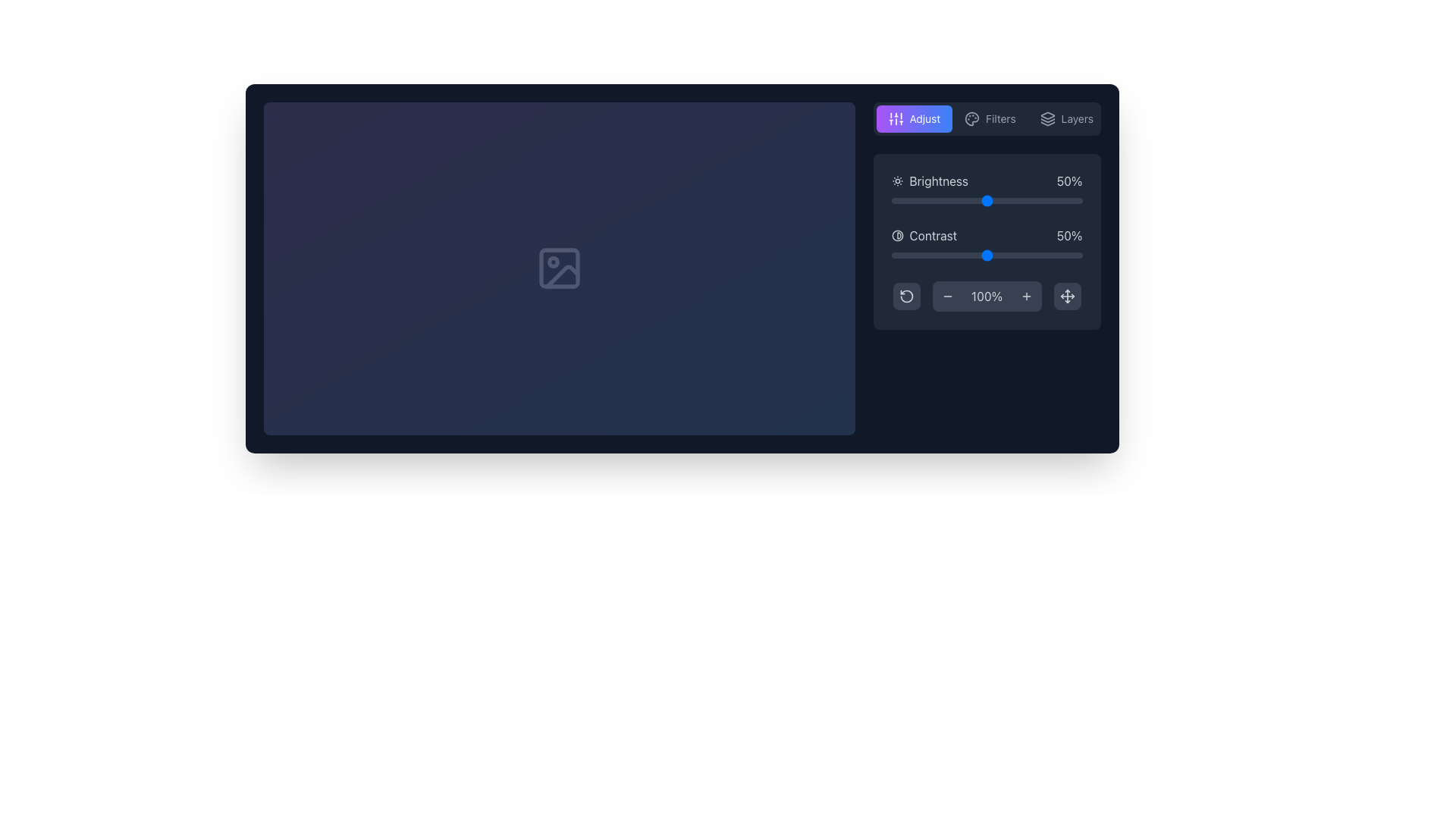 The image size is (1456, 819). What do you see at coordinates (1009, 254) in the screenshot?
I see `the contrast value` at bounding box center [1009, 254].